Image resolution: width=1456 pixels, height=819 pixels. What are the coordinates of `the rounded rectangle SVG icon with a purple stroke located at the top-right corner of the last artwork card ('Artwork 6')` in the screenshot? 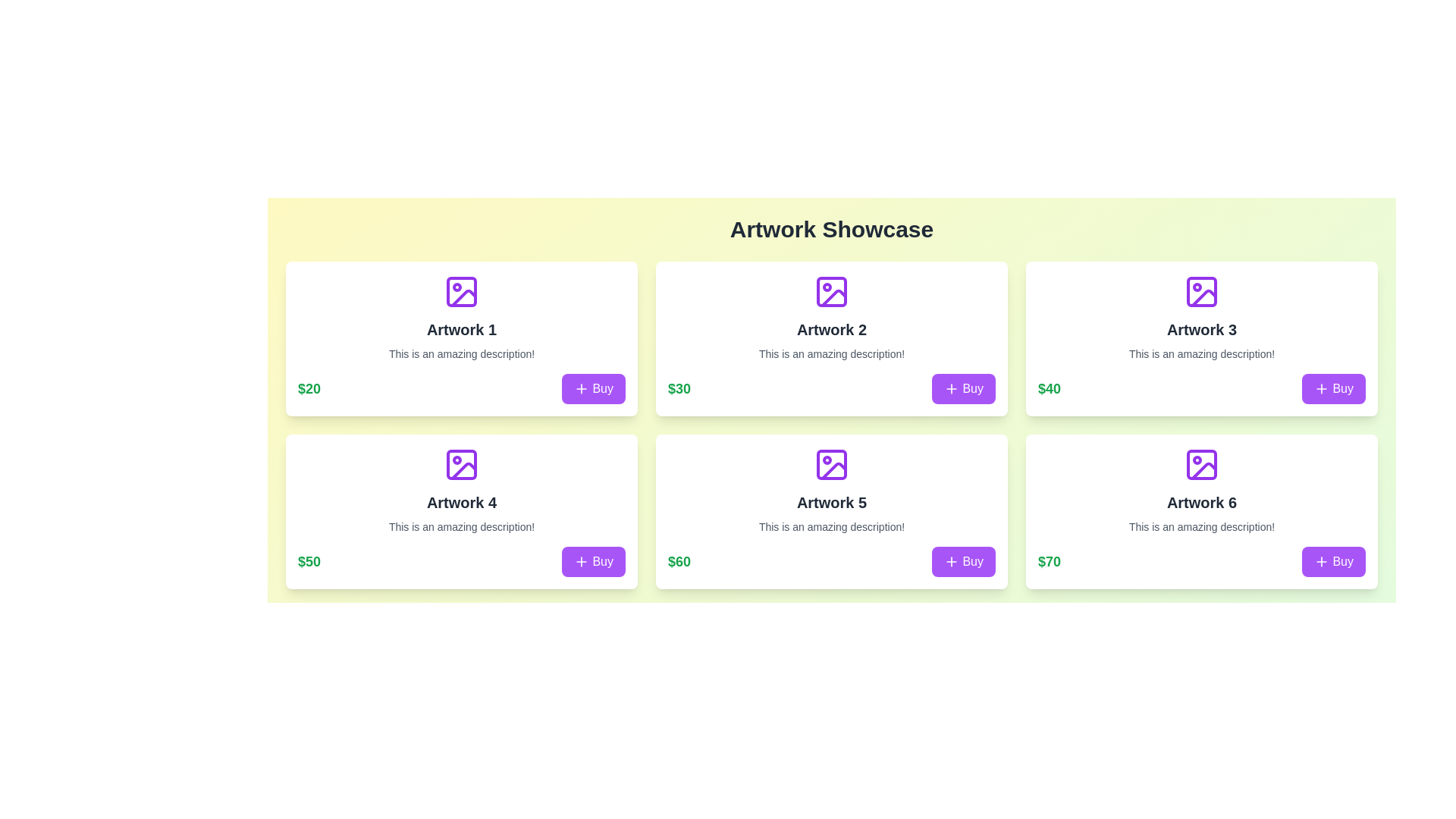 It's located at (1200, 464).